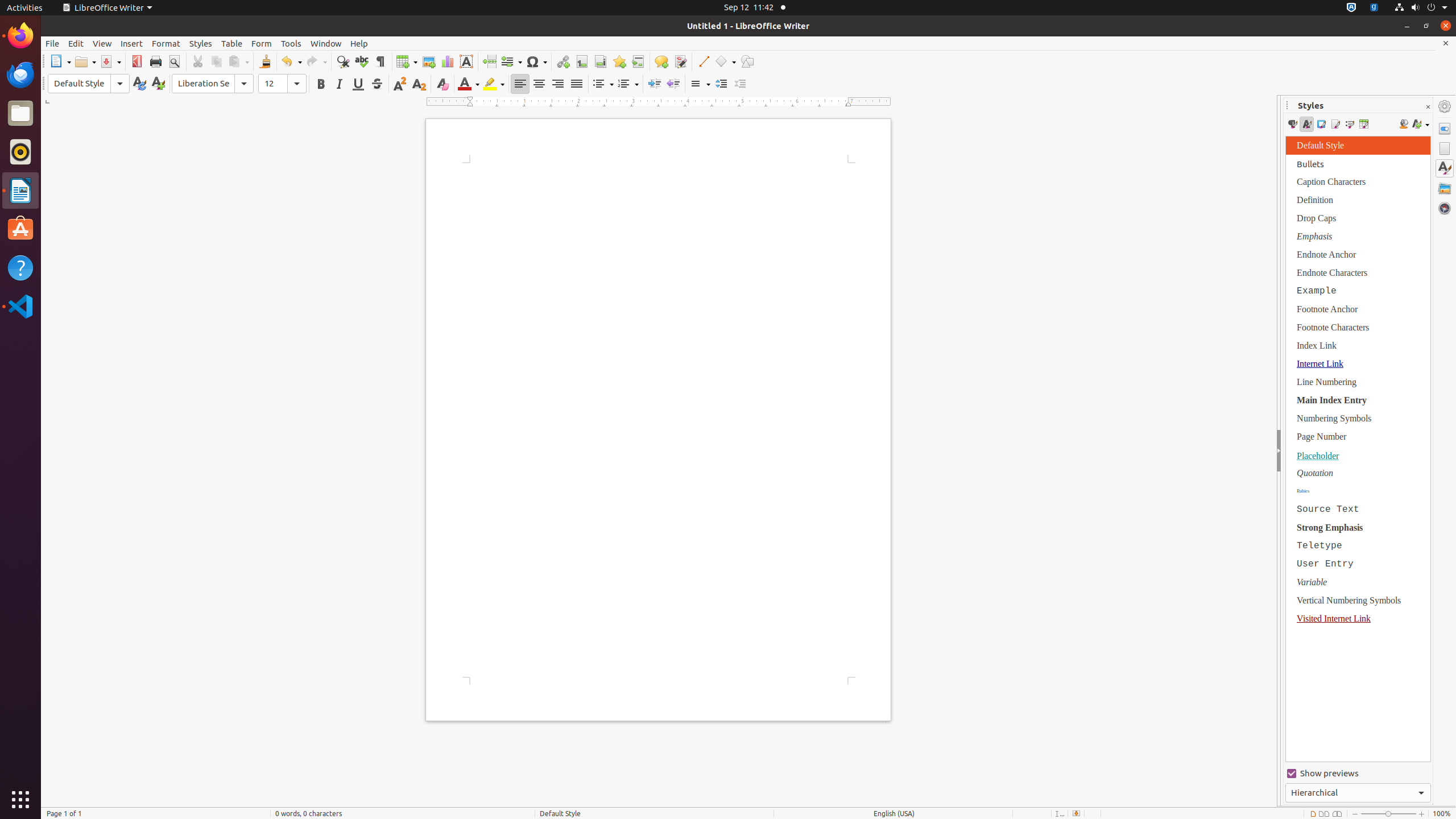 This screenshot has width=1456, height=819. Describe the element at coordinates (338, 83) in the screenshot. I see `'Italic'` at that location.